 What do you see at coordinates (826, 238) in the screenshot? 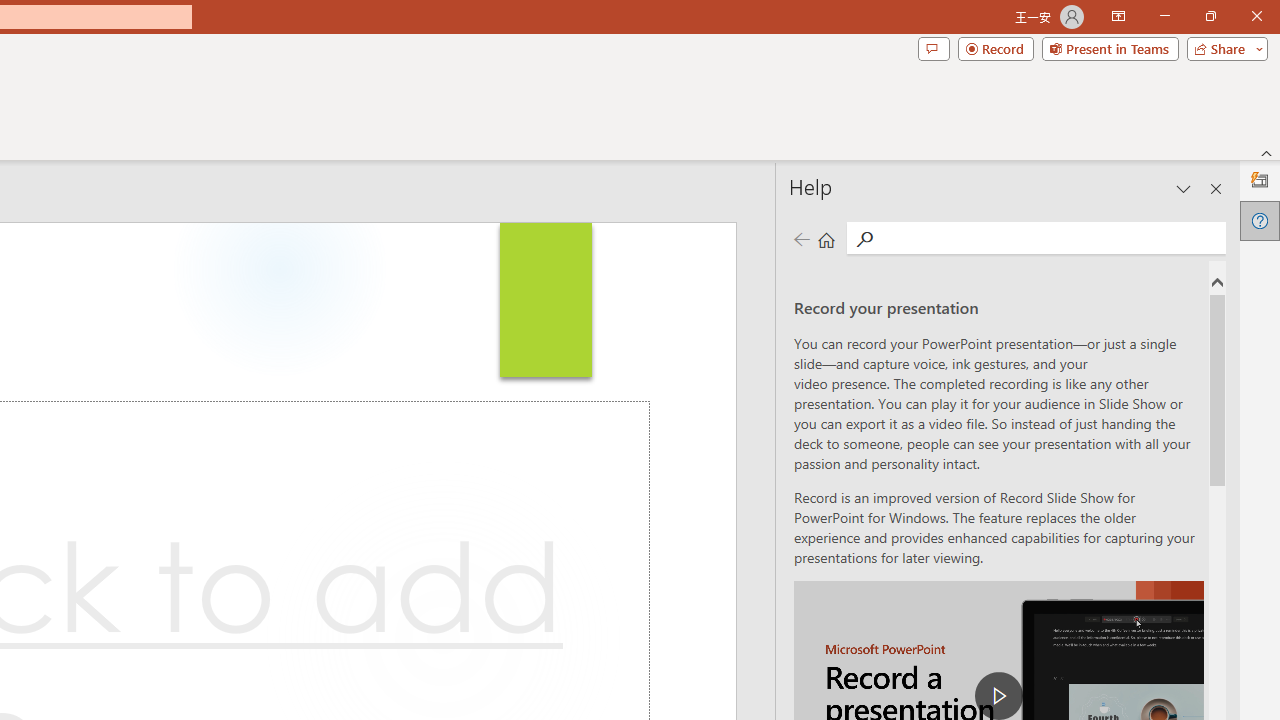
I see `'Home'` at bounding box center [826, 238].